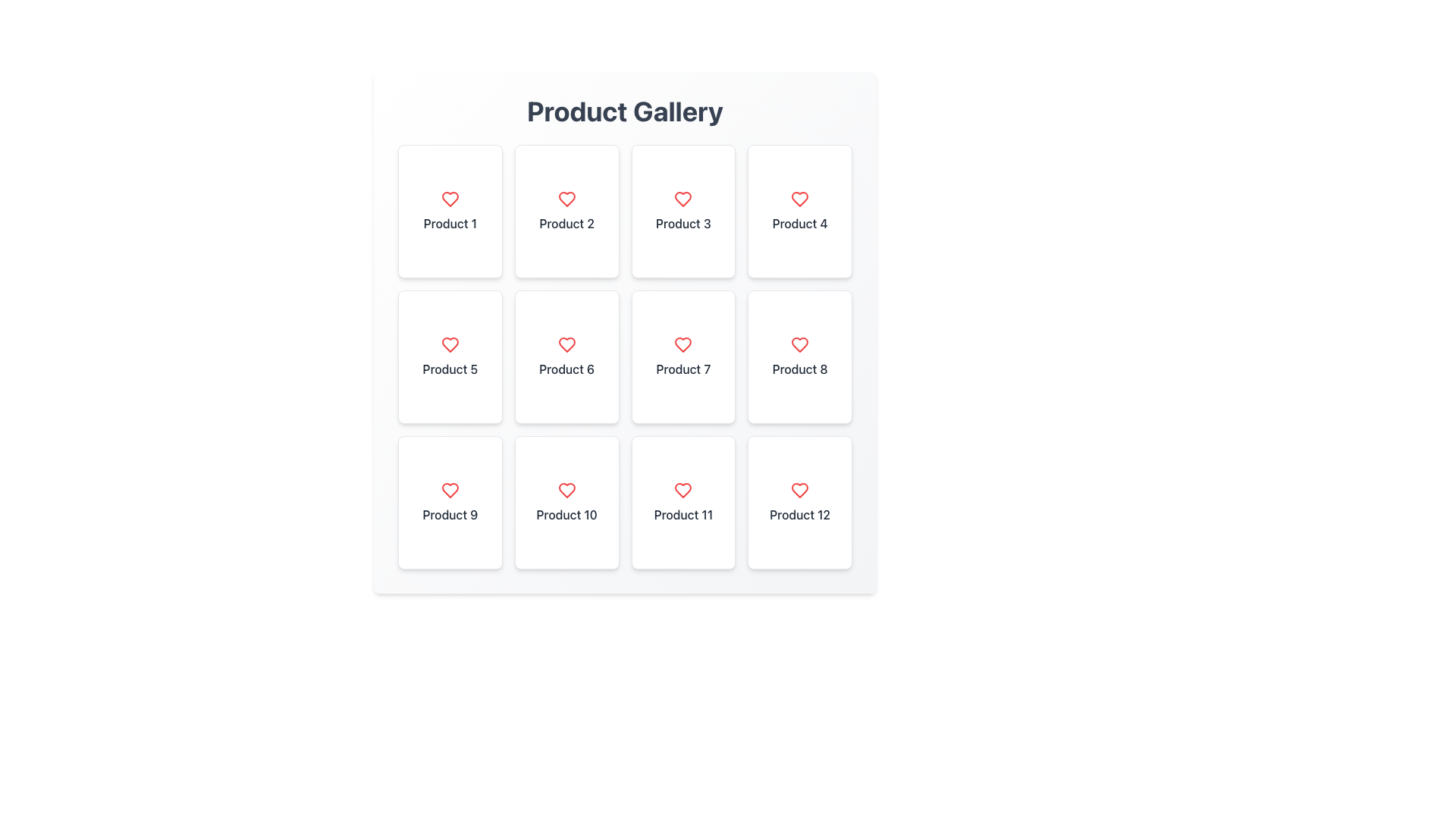 The width and height of the screenshot is (1456, 819). Describe the element at coordinates (449, 198) in the screenshot. I see `the red heart-shaped SVG icon located in the top-left corner of the 'Product Gallery' grid above the text label 'Product 1'` at that location.